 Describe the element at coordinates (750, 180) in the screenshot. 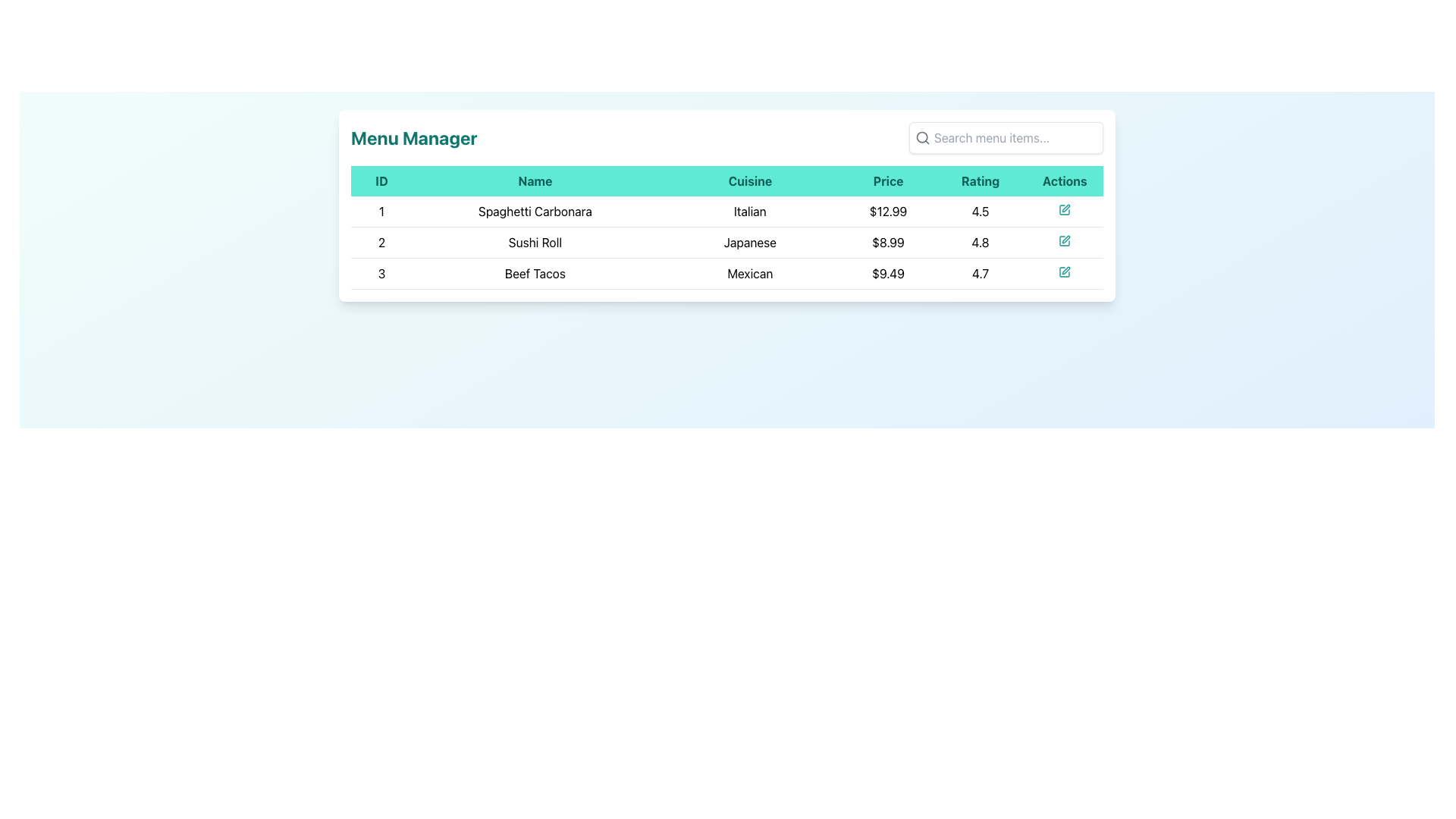

I see `the 'Cuisine' header label, which is a bold black text on a teal-green background, centrally aligned in the column headers section of a table-like structure` at that location.